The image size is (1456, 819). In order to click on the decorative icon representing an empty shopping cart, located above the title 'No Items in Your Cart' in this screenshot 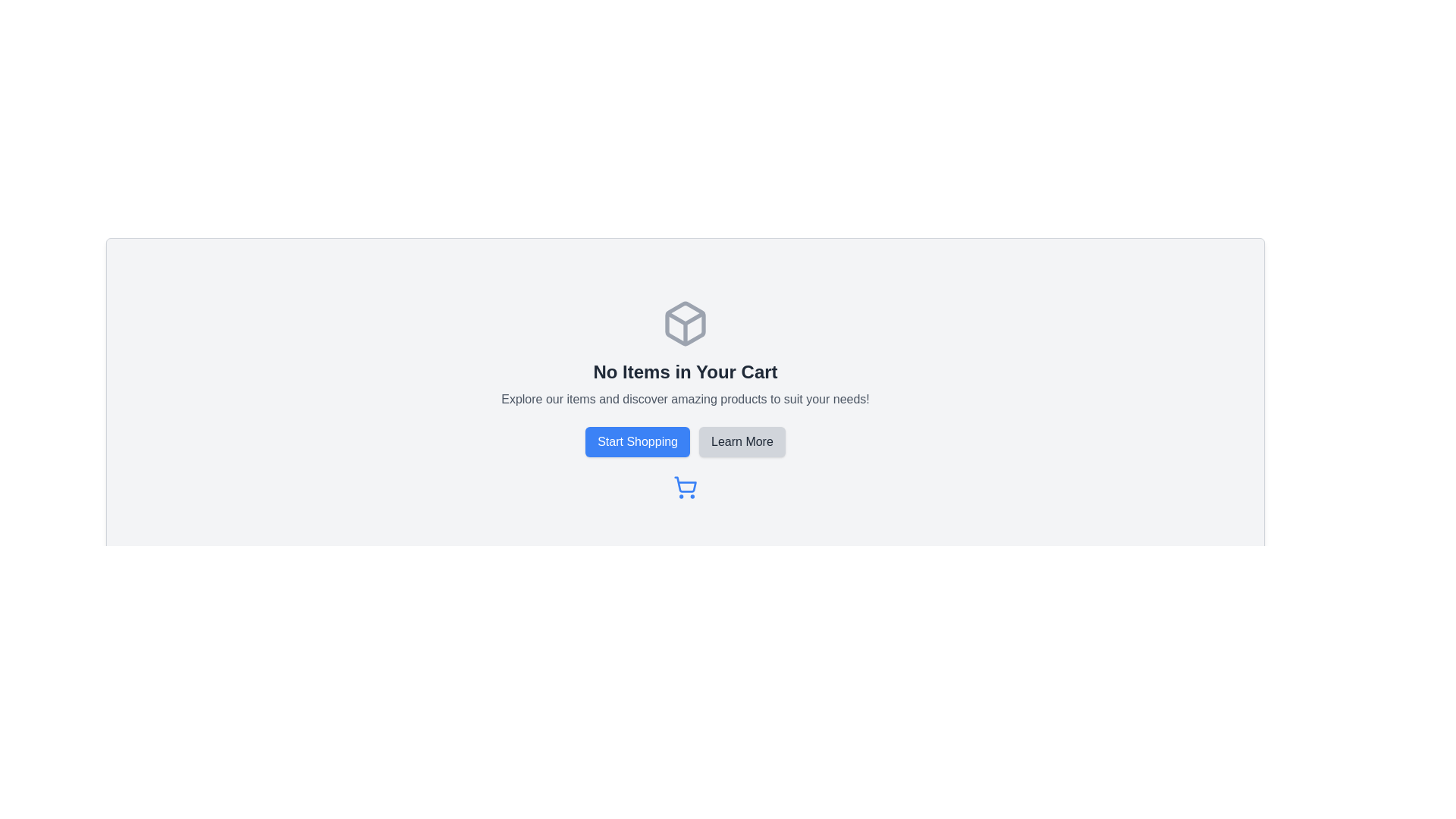, I will do `click(684, 323)`.